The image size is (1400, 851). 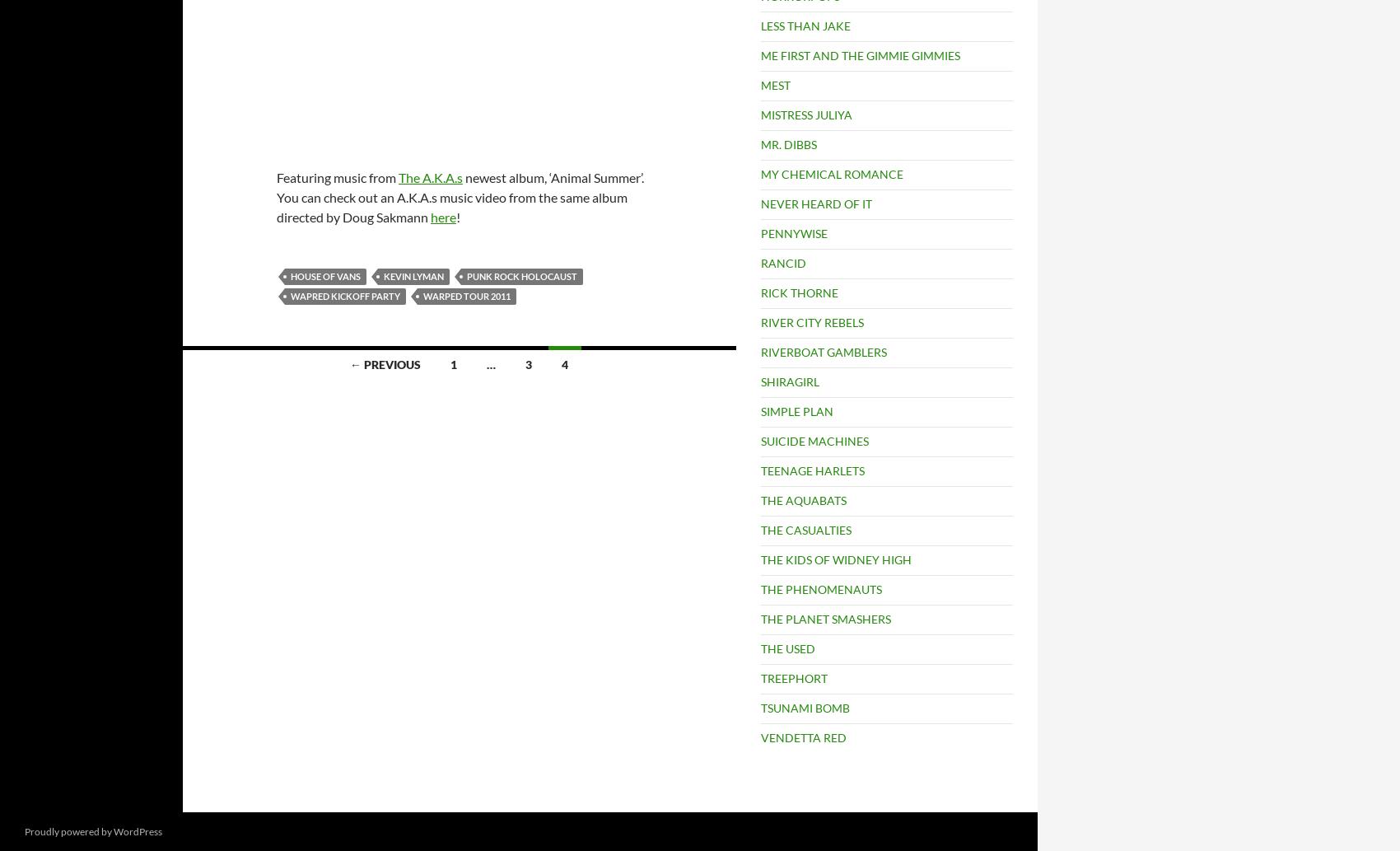 I want to click on 'The A.K.A.s', so click(x=430, y=176).